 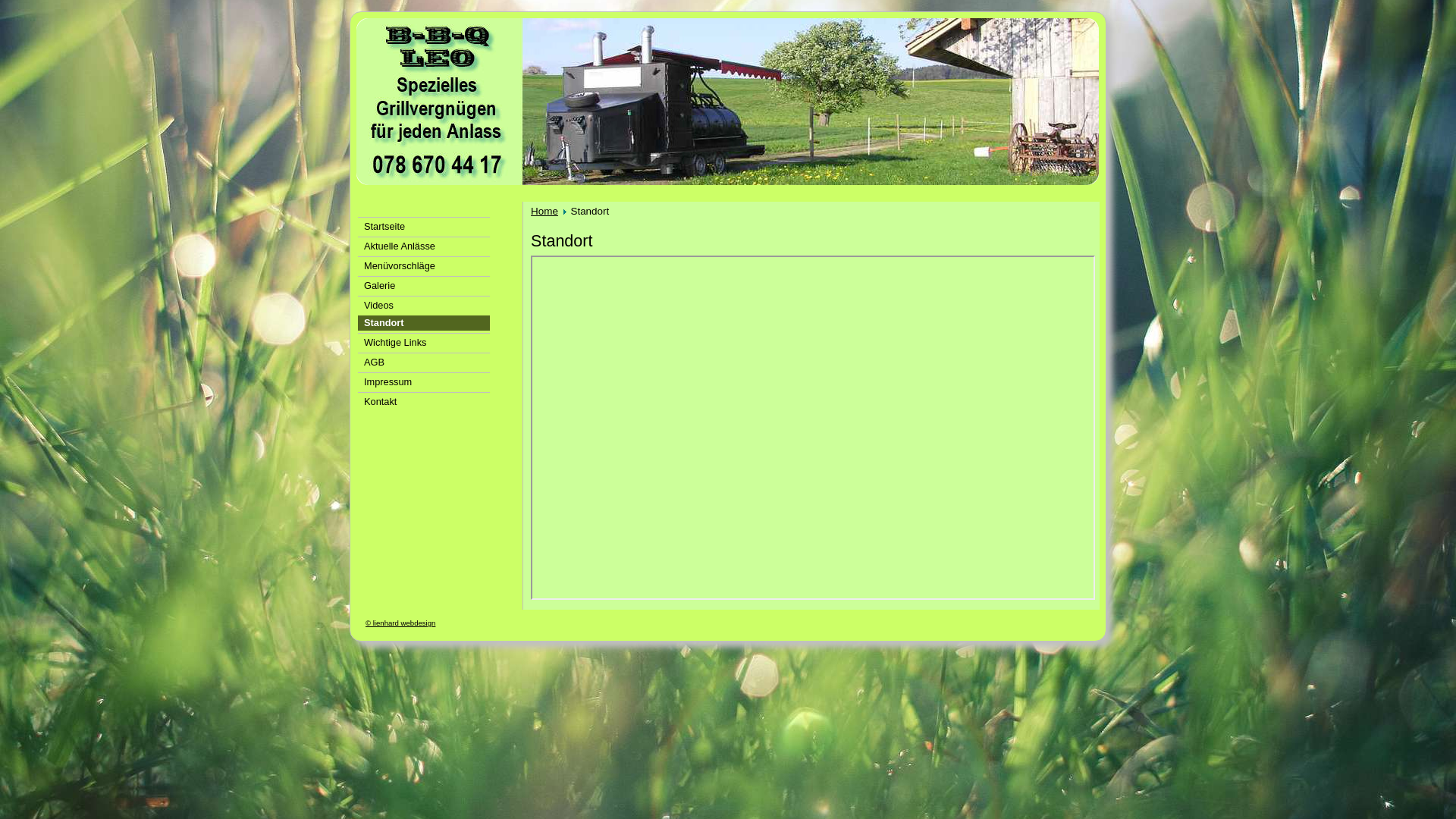 What do you see at coordinates (356, 102) in the screenshot?
I see `'bbqleo'` at bounding box center [356, 102].